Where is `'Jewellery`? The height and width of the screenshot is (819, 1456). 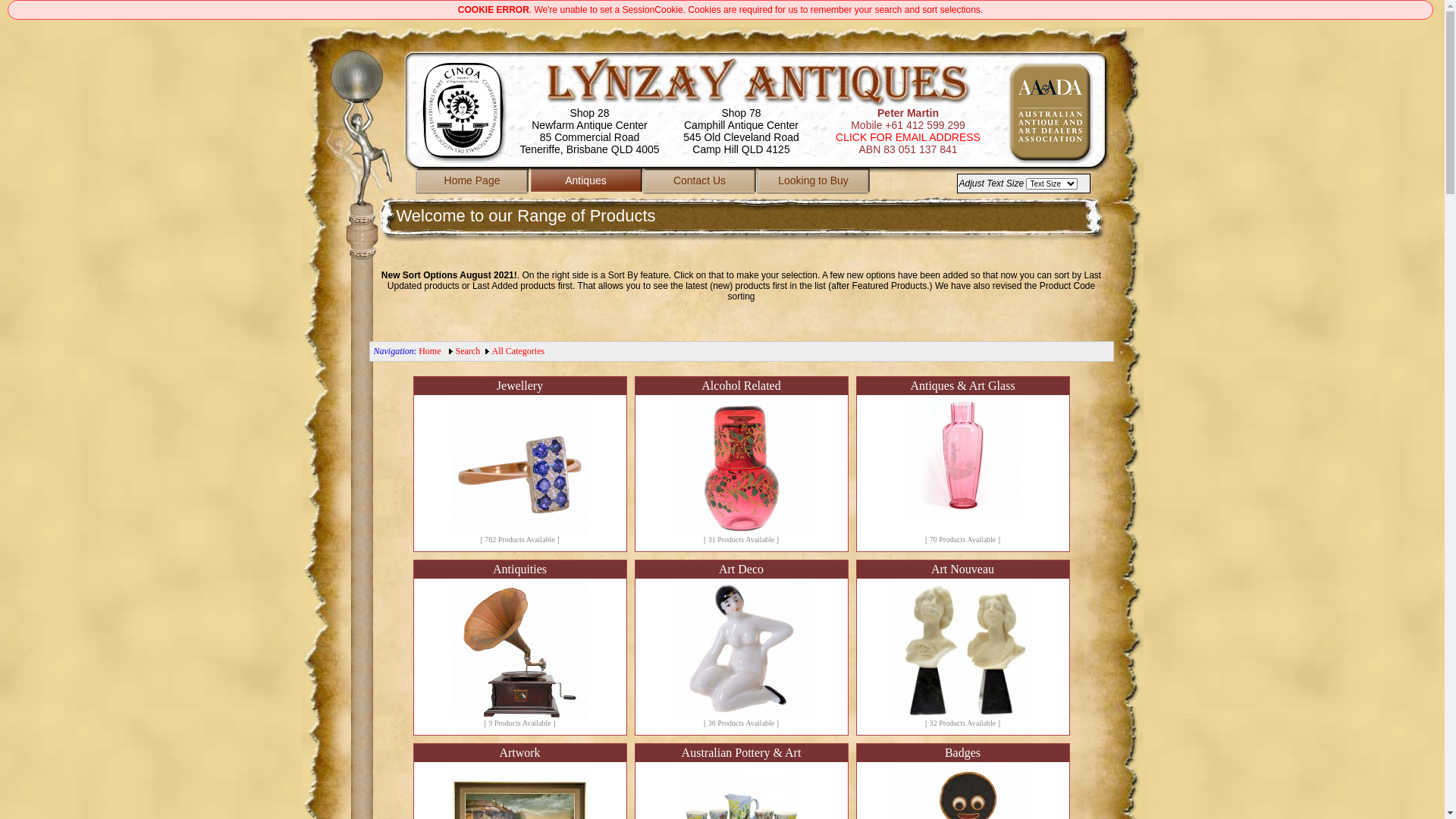 'Jewellery is located at coordinates (519, 463).